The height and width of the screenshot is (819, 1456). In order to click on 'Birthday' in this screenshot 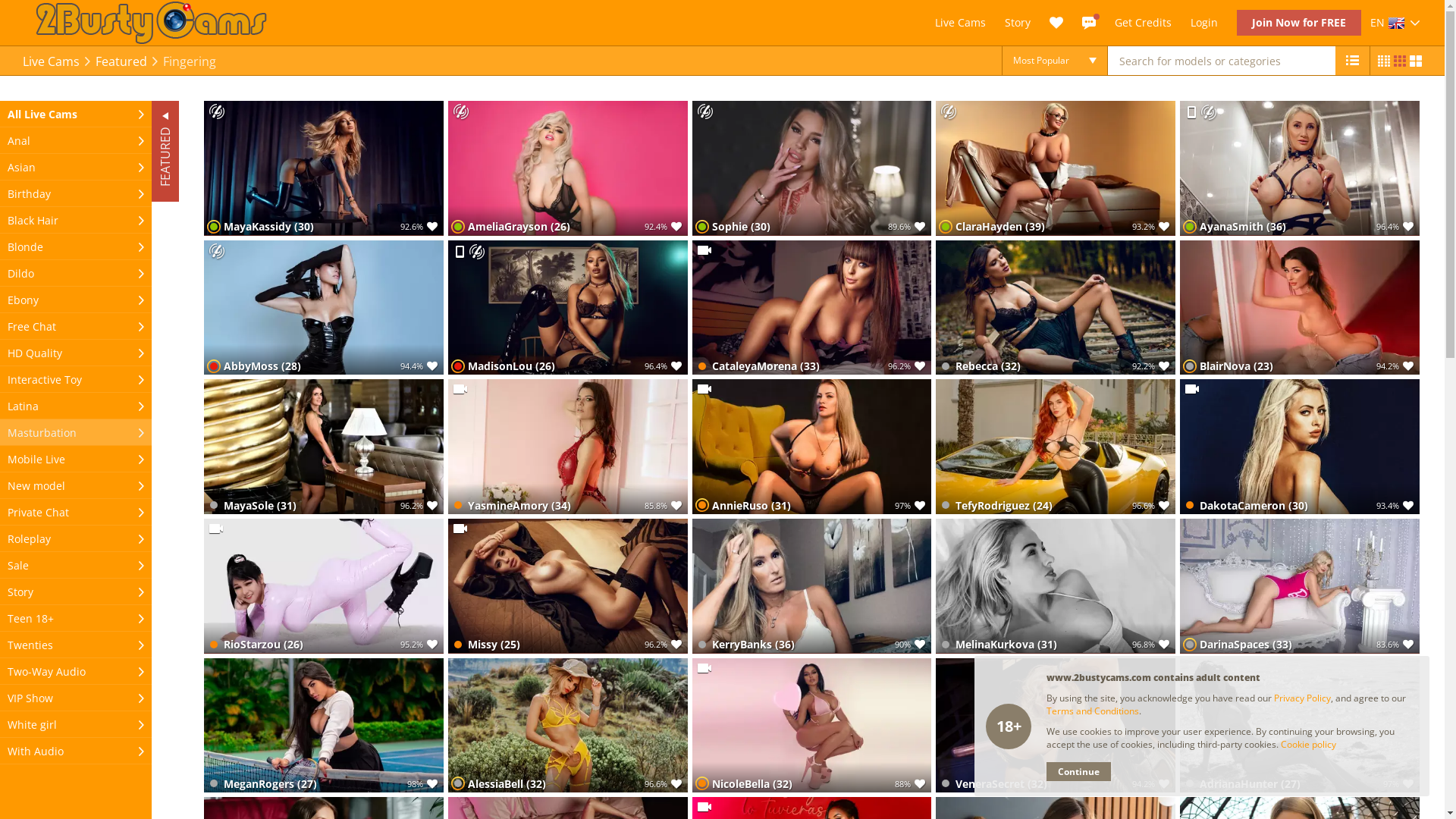, I will do `click(0, 193)`.